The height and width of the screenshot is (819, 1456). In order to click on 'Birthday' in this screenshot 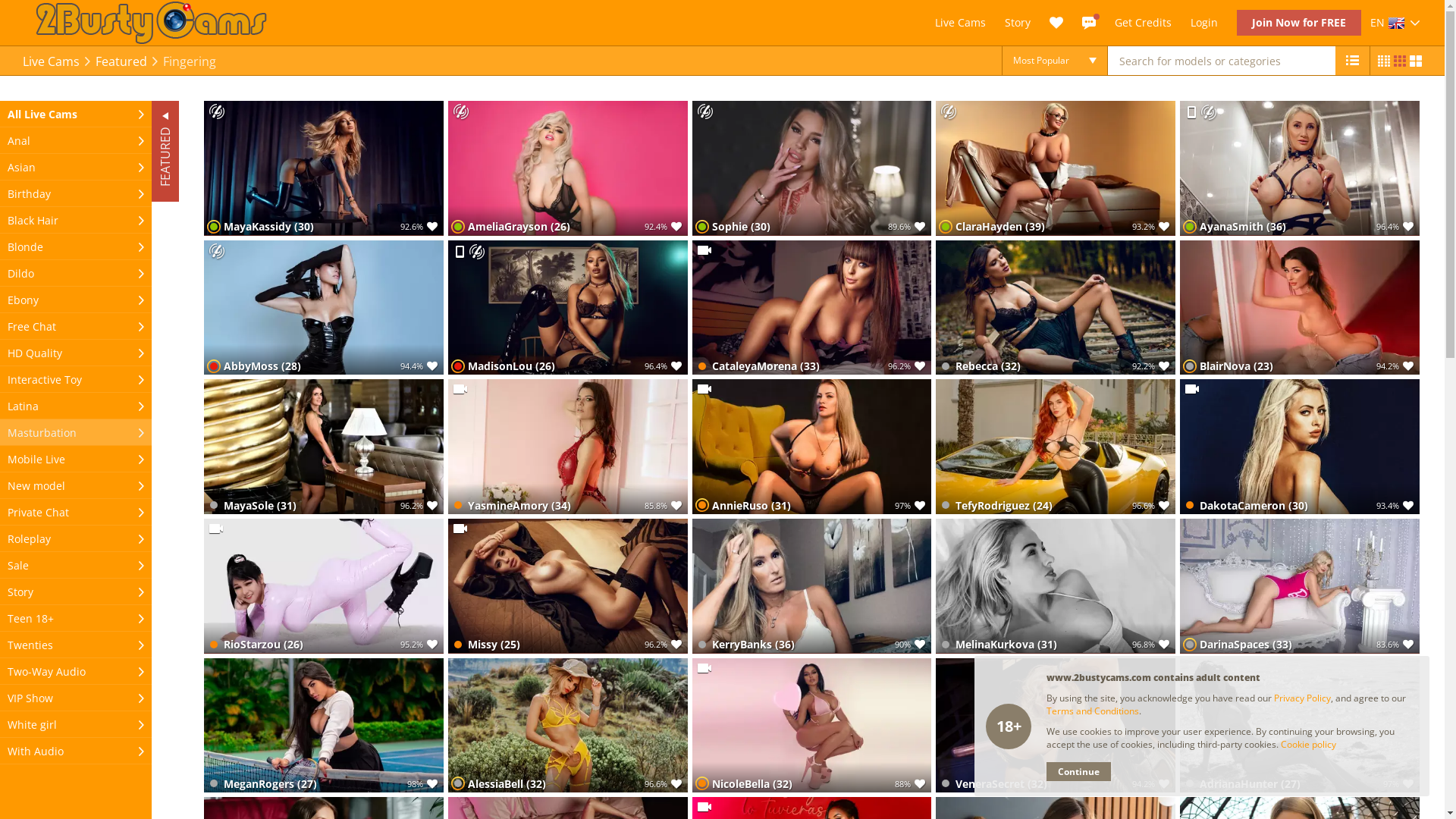, I will do `click(0, 193)`.